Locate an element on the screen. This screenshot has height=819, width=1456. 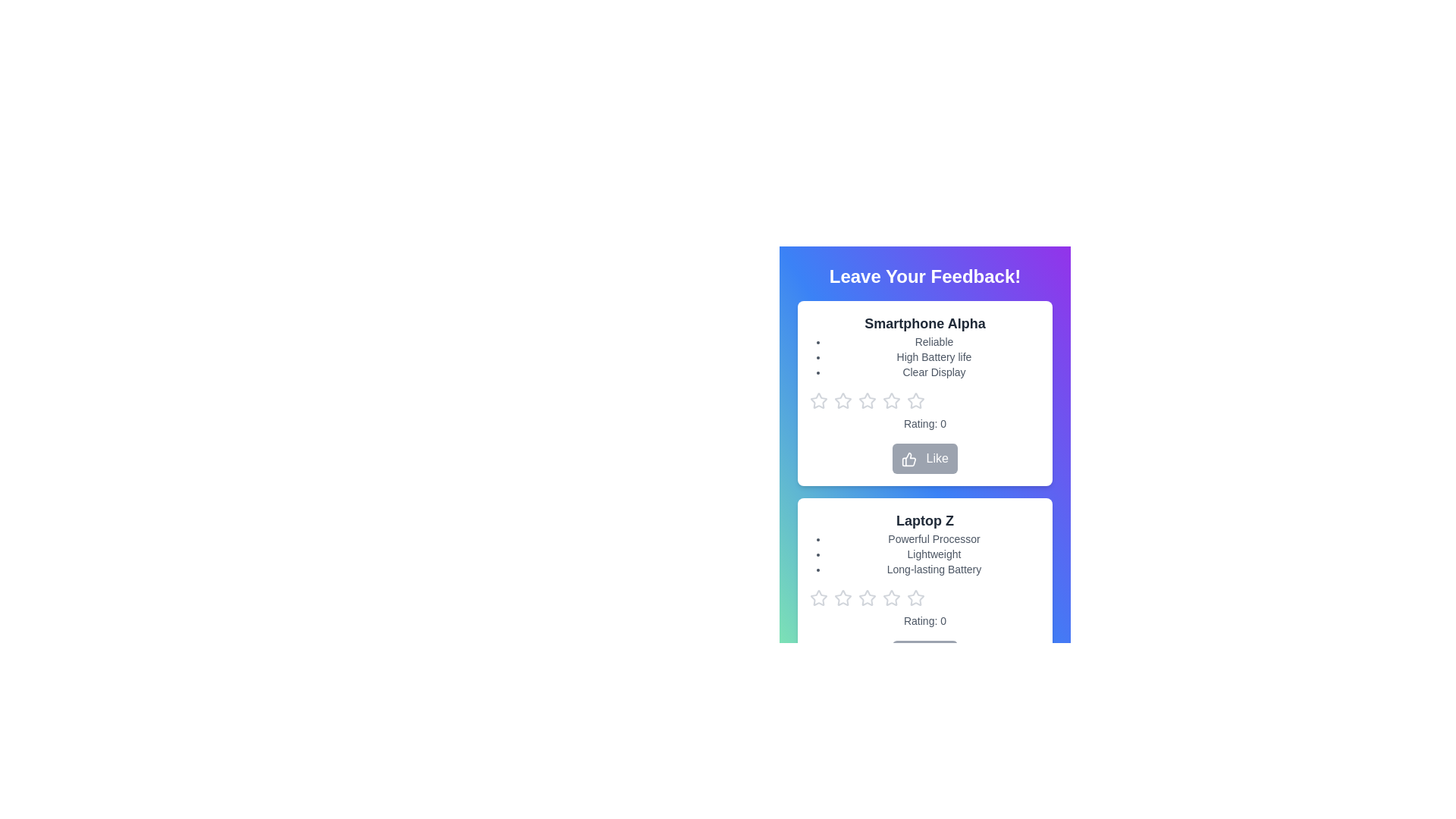
the first star in the second row of the rating system for 'Laptop Z' is located at coordinates (843, 597).